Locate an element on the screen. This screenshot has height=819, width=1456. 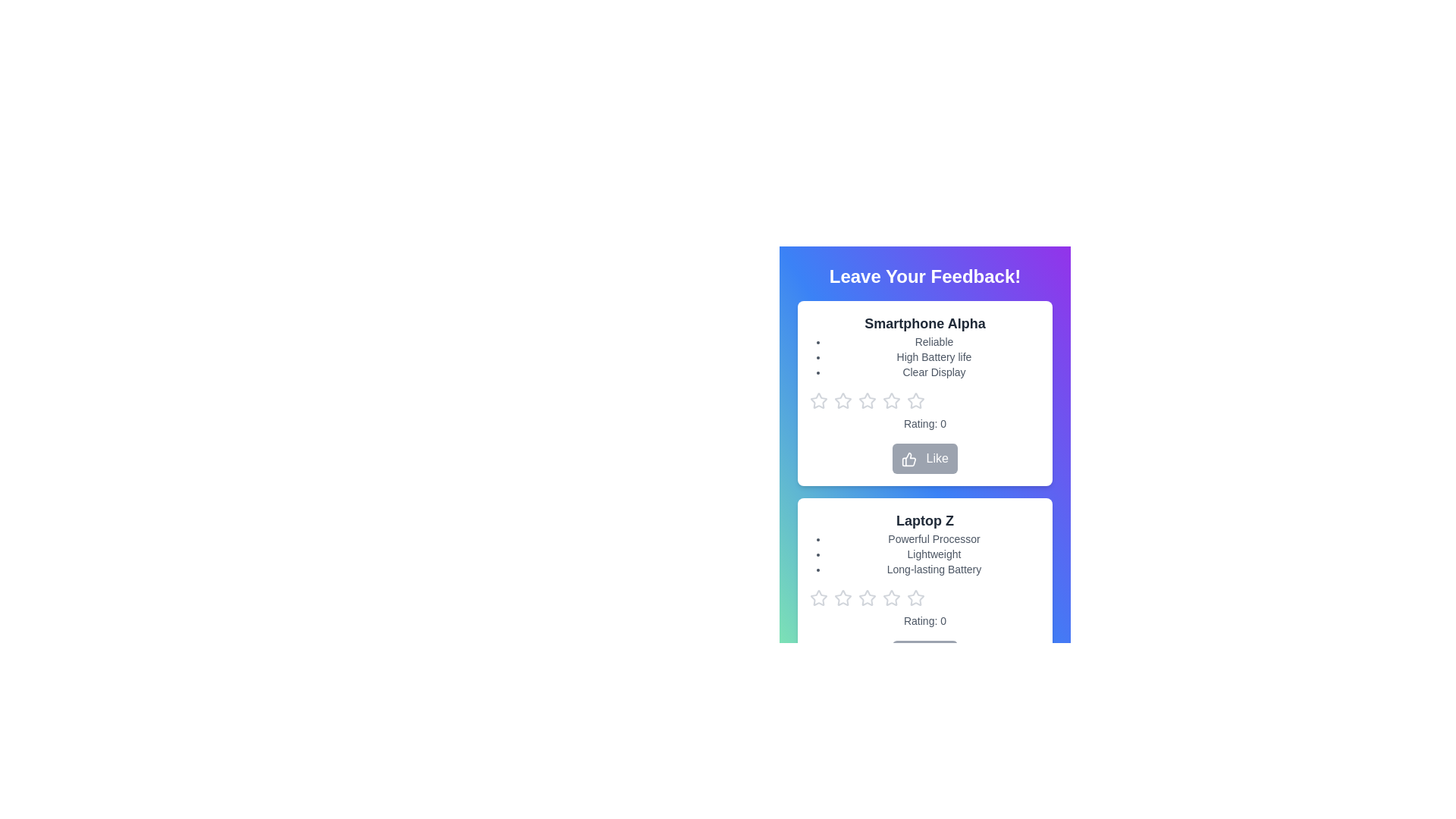
the first star in the second row of the rating system for 'Laptop Z' is located at coordinates (843, 597).